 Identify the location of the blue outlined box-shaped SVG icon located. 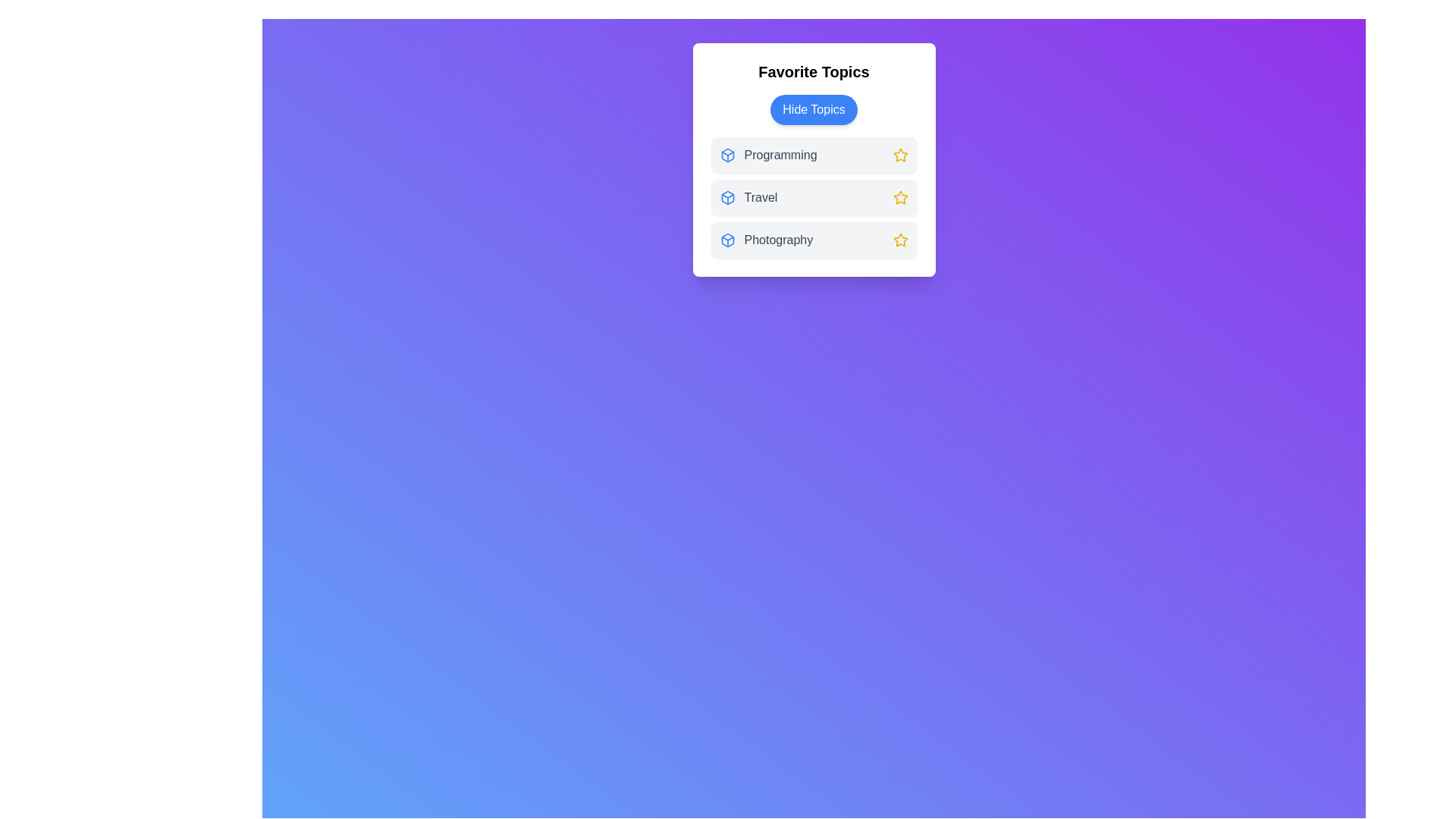
(726, 239).